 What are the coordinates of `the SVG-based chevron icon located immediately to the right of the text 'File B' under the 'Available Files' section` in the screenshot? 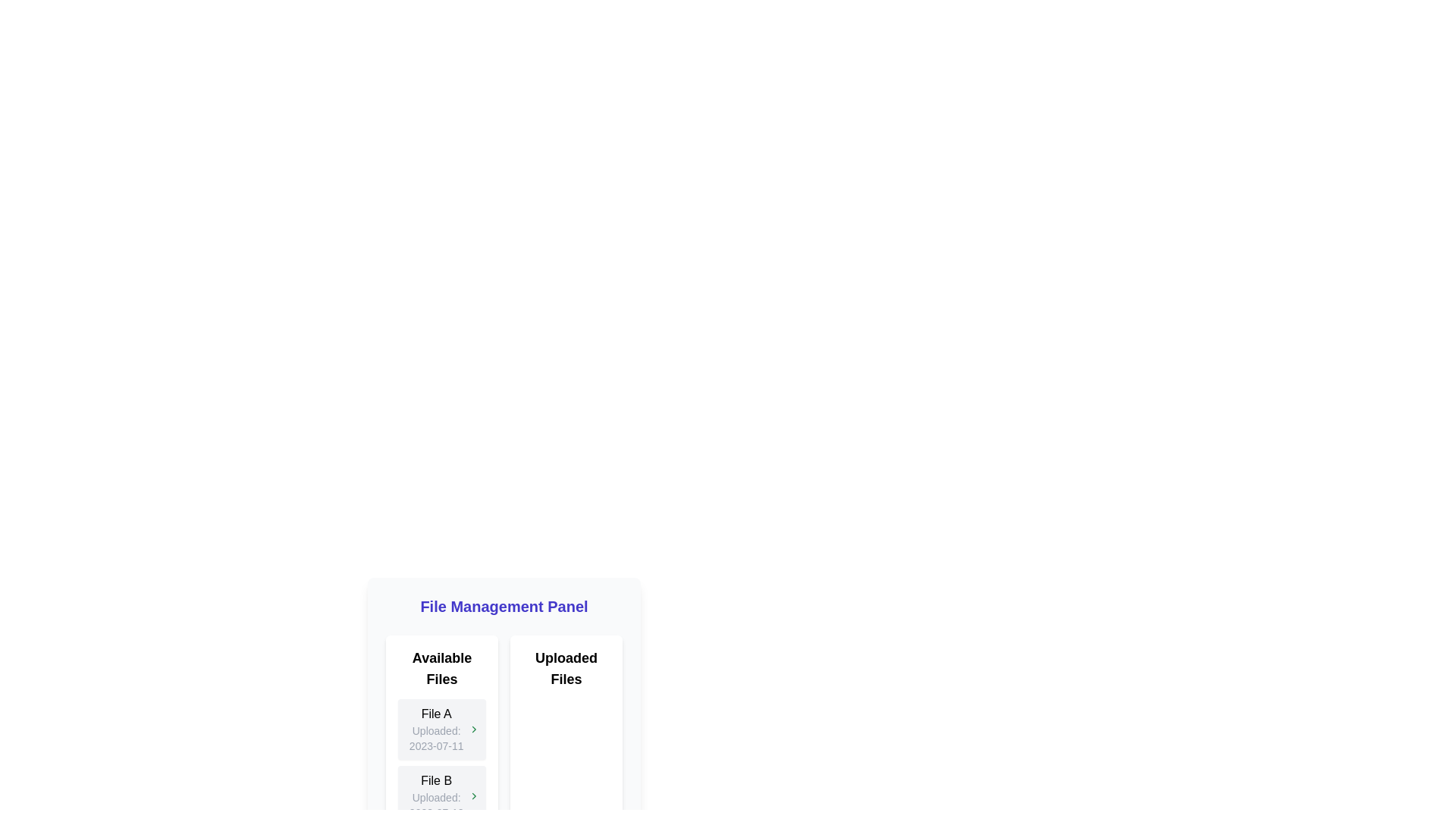 It's located at (473, 795).